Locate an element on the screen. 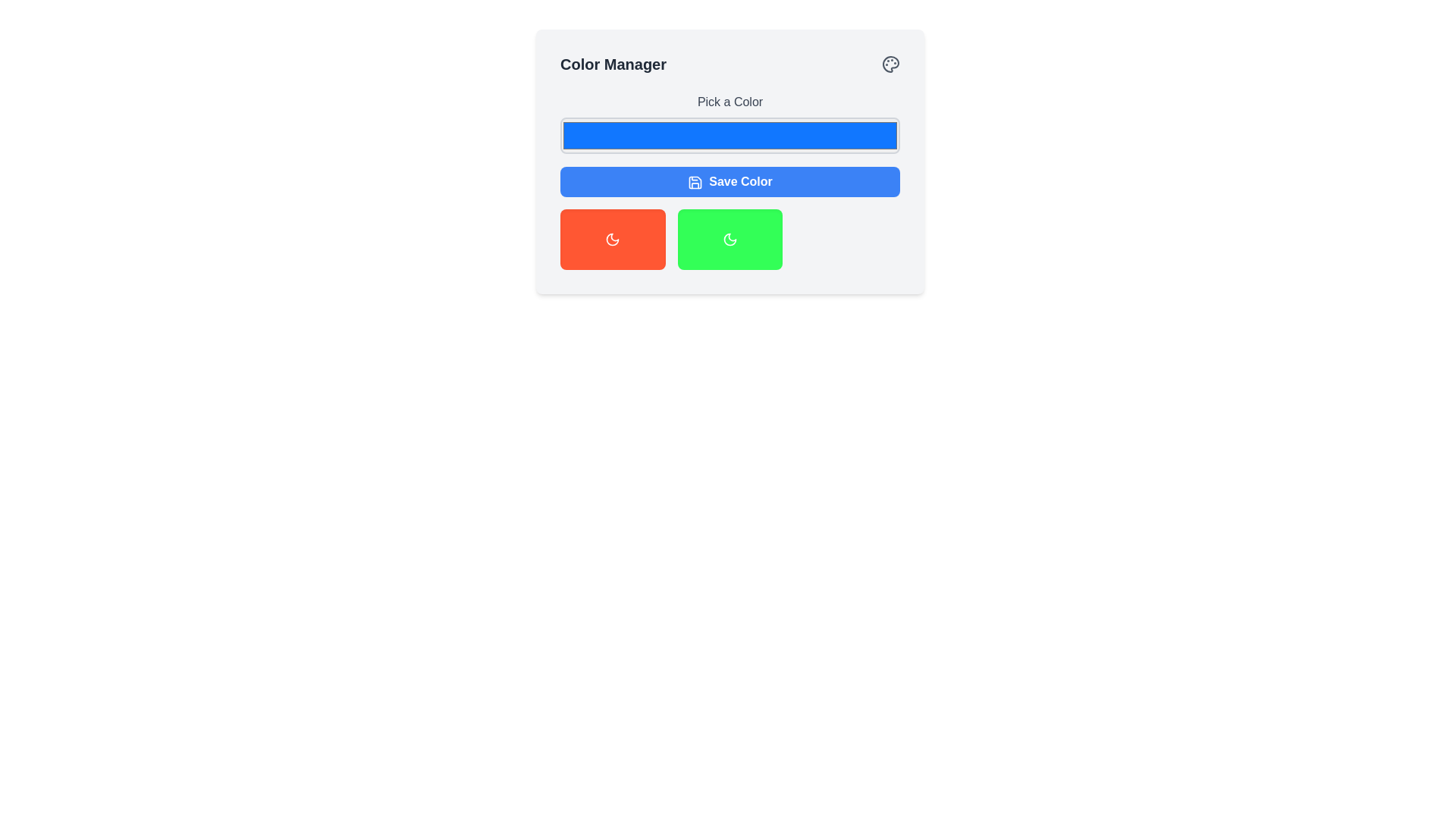 The image size is (1456, 819). the save icon located to the left of the 'Save Color' text label within the 'Save Color' button is located at coordinates (695, 181).